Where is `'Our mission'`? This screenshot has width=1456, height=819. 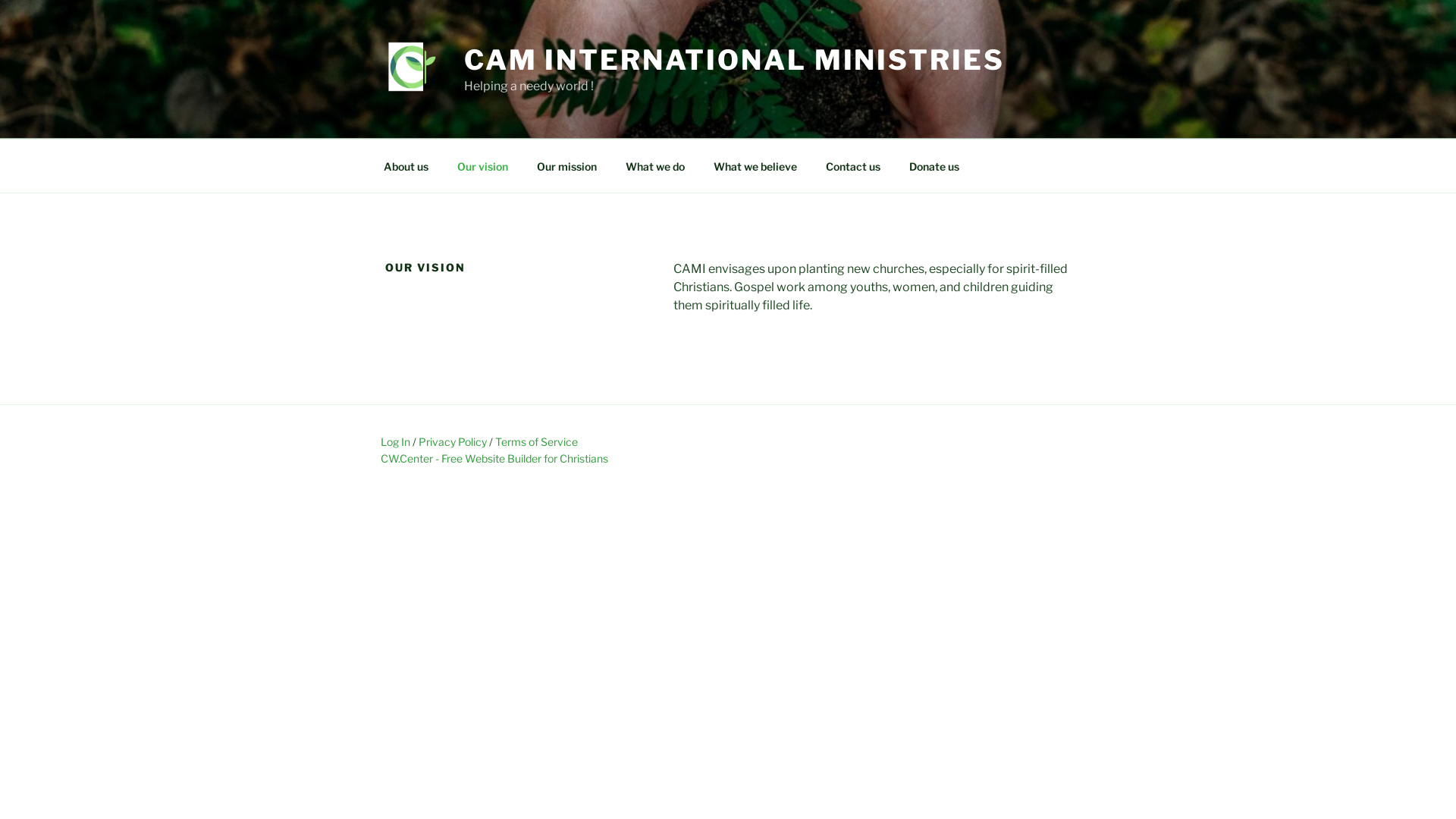 'Our mission' is located at coordinates (523, 165).